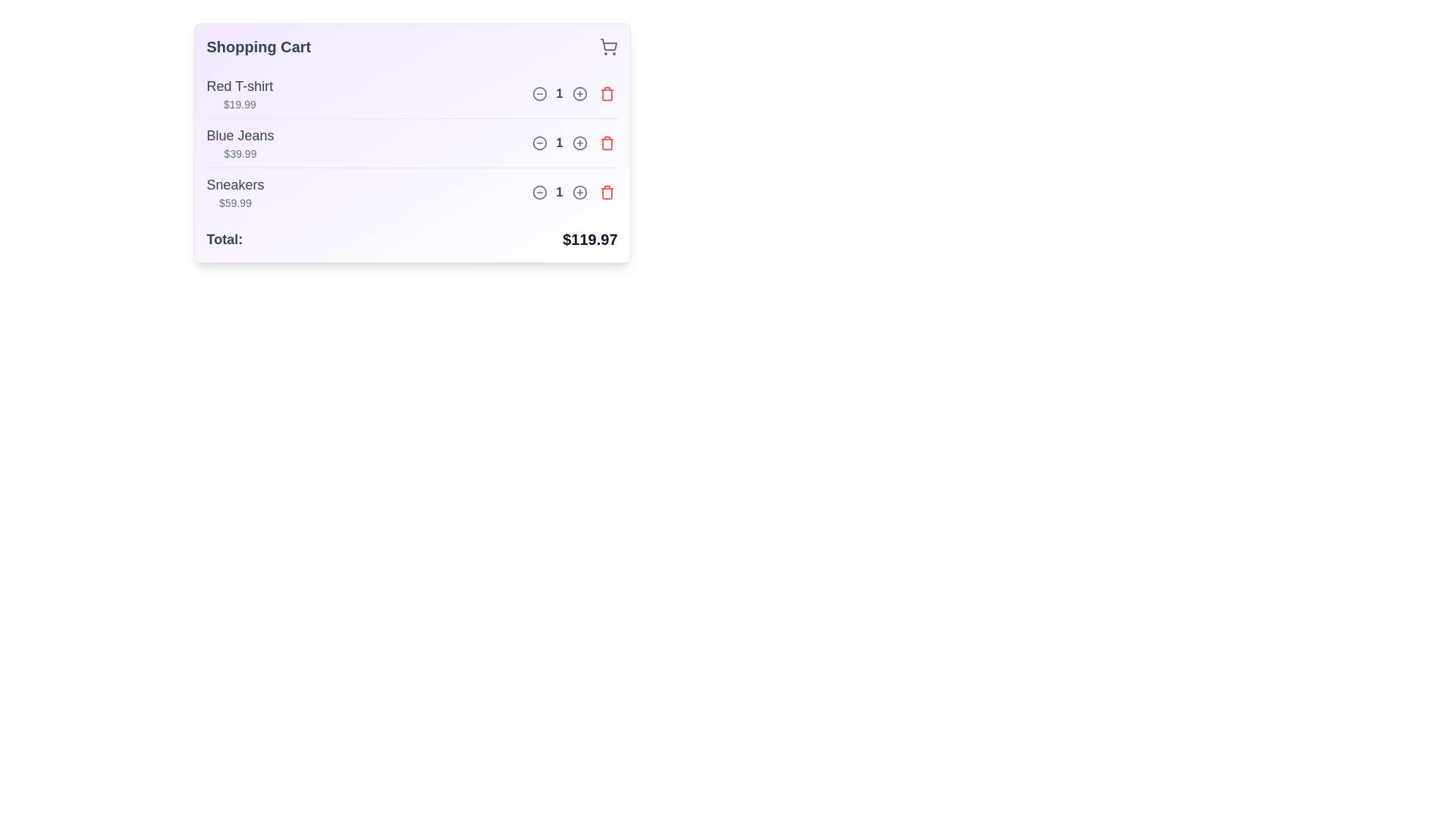 The width and height of the screenshot is (1456, 819). I want to click on the circular outline element in the quantity adjustment group for the second item, Blue Jeans, which is positioned to the right of the item's quantity and to the left of the trash bin icon, so click(579, 143).